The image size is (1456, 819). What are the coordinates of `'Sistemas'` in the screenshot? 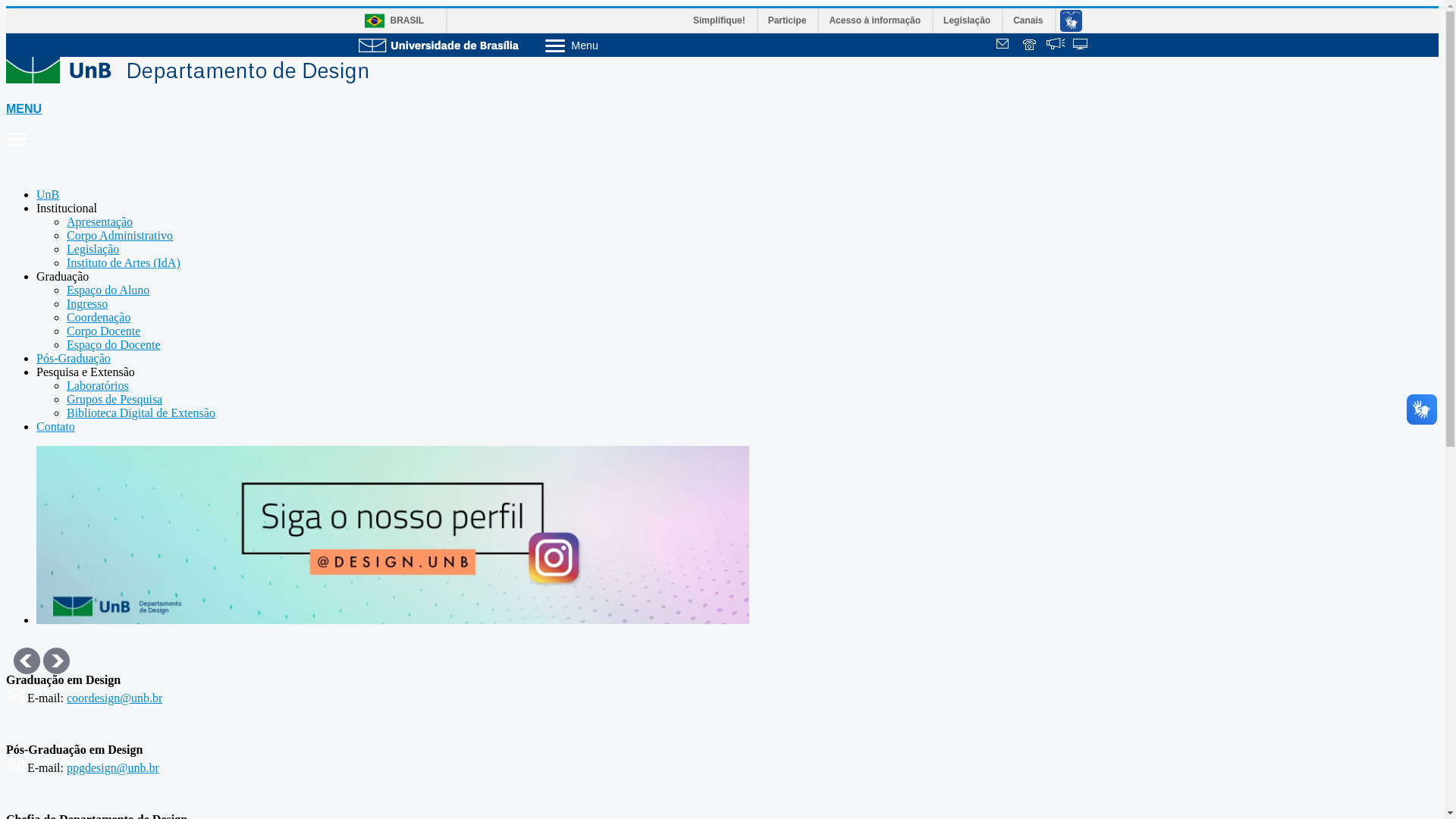 It's located at (1080, 45).